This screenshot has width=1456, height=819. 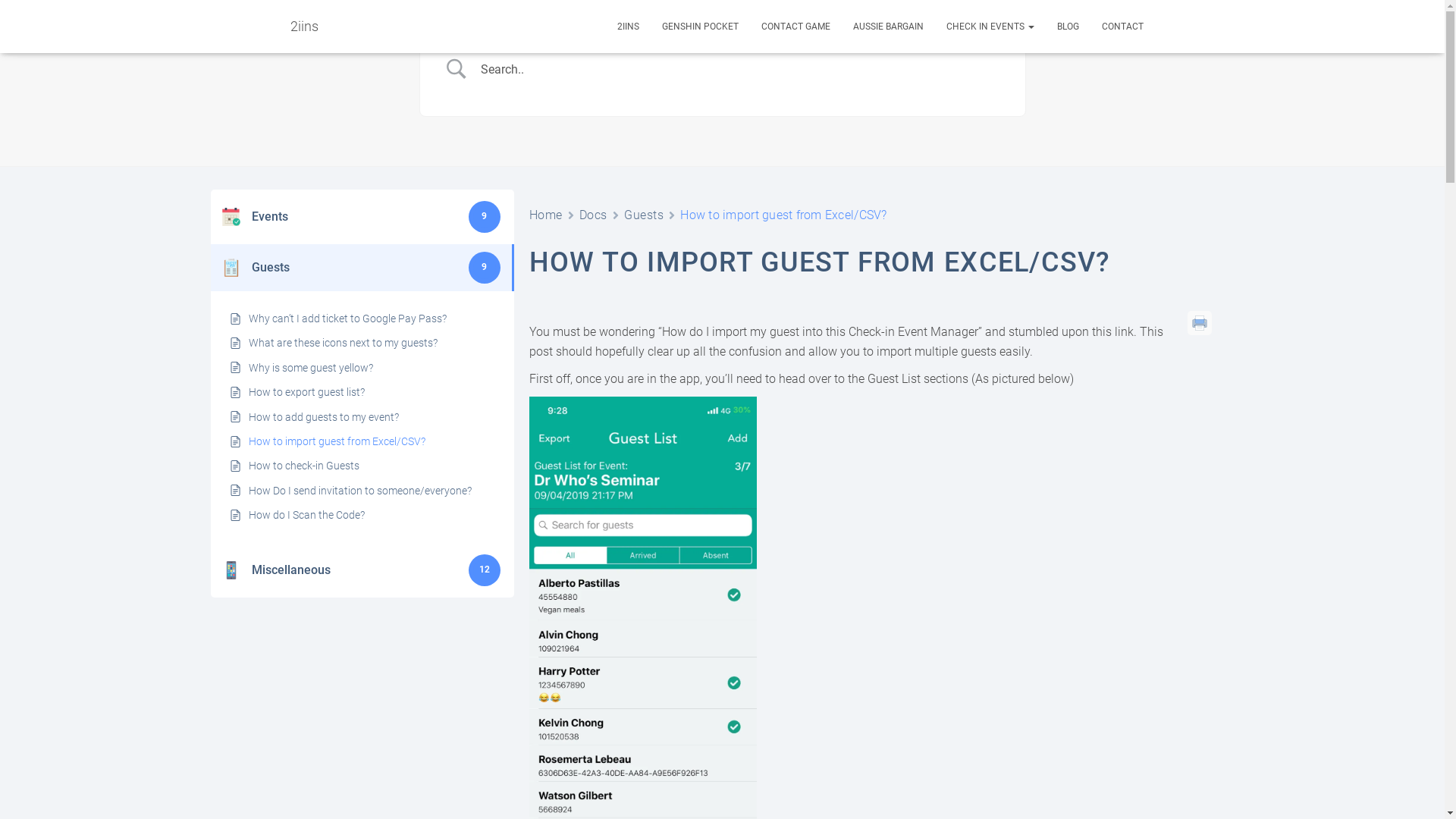 I want to click on 'How to add guests to my event?', so click(x=323, y=417).